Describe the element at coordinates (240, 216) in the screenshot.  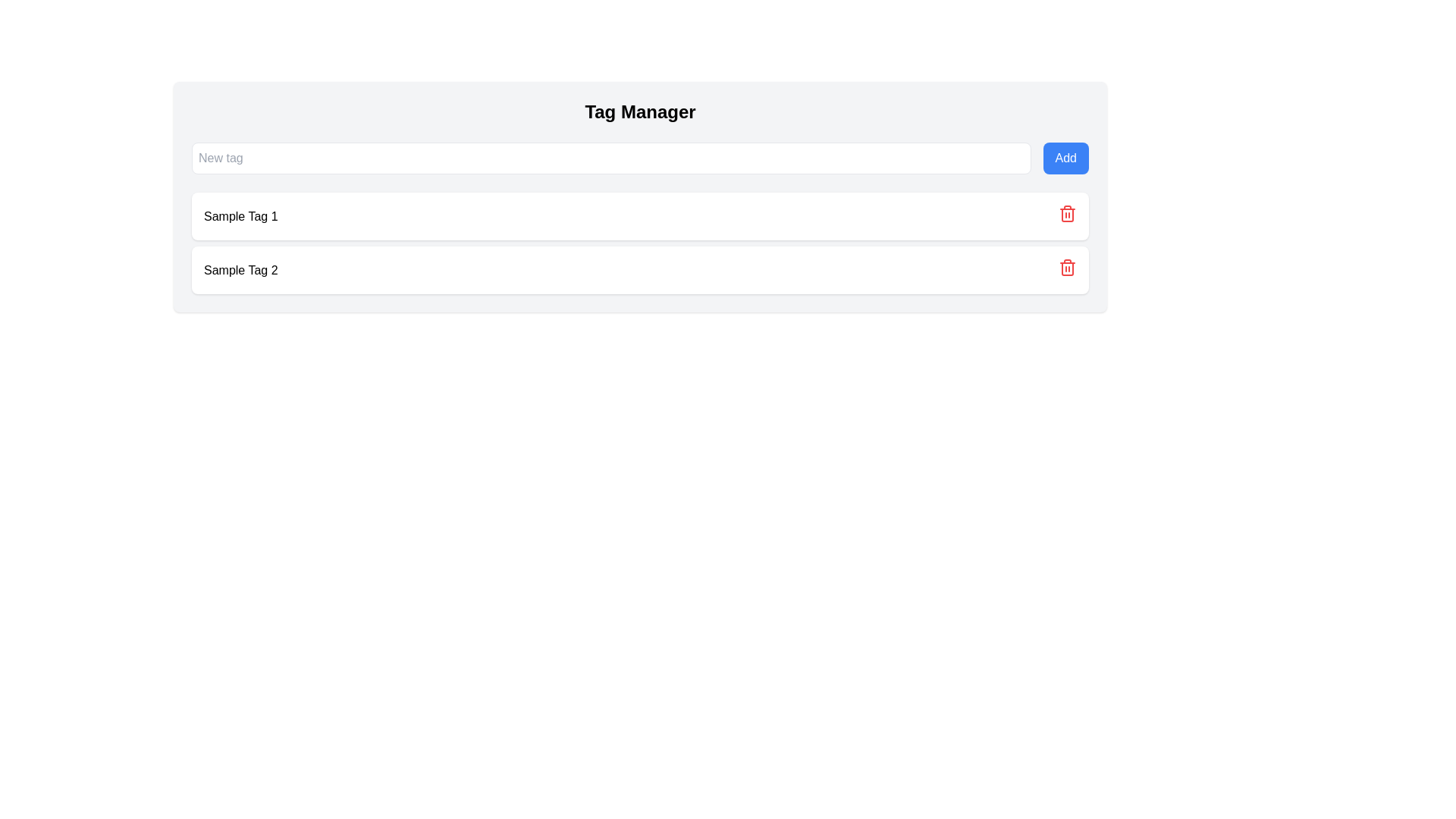
I see `the Text label that displays a tag name, located below the 'New tag' input field and above 'Sample Tag 2'` at that location.